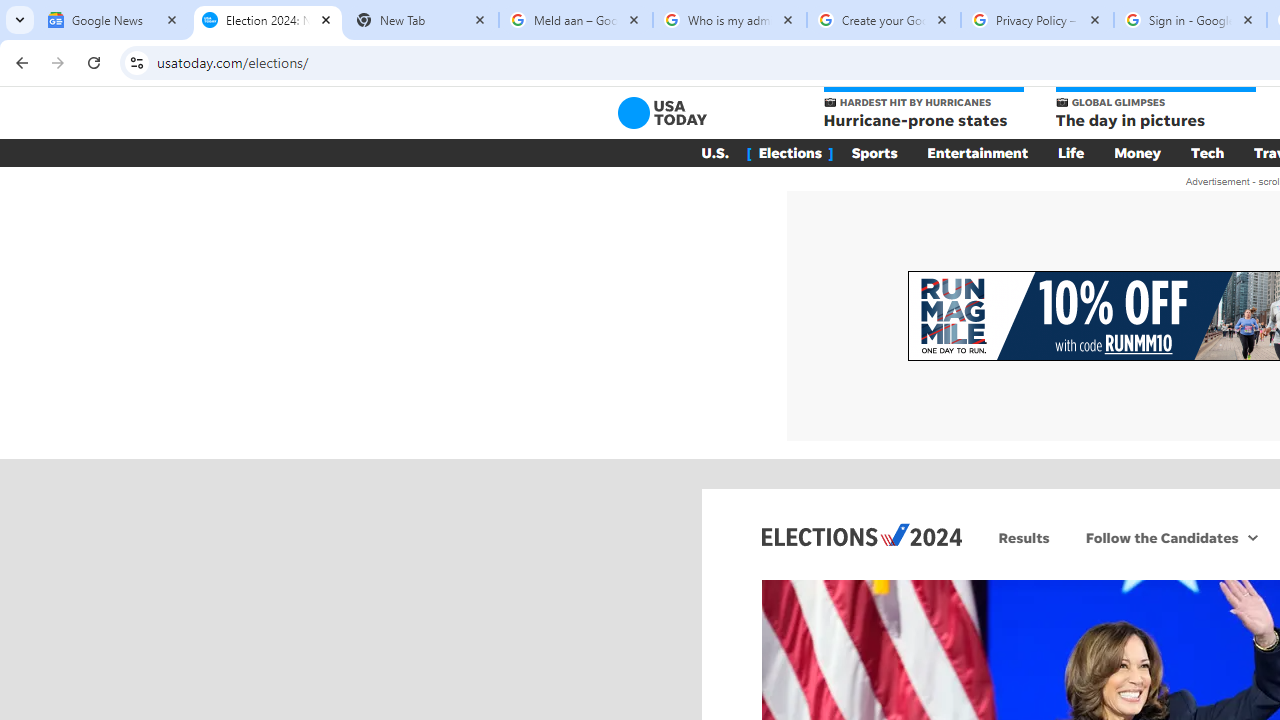  What do you see at coordinates (729, 20) in the screenshot?
I see `'Who is my administrator? - Google Account Help'` at bounding box center [729, 20].